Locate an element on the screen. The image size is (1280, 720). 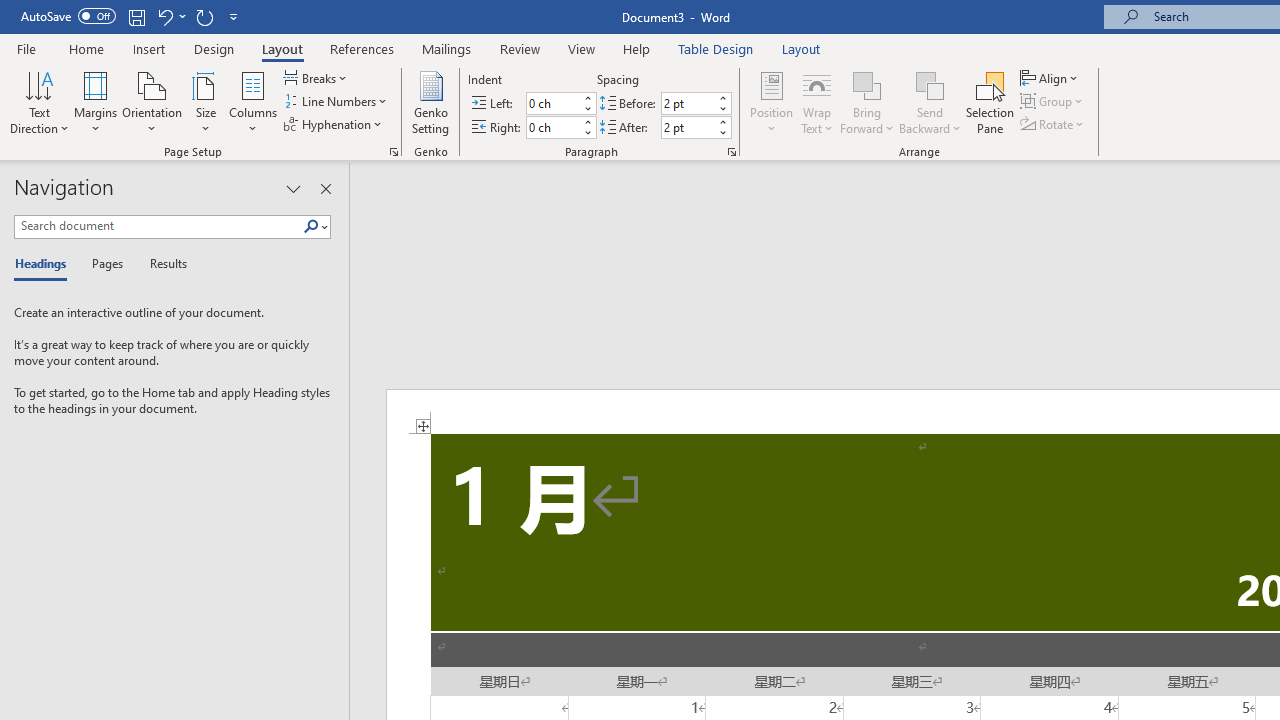
'Hyphenation' is located at coordinates (334, 124).